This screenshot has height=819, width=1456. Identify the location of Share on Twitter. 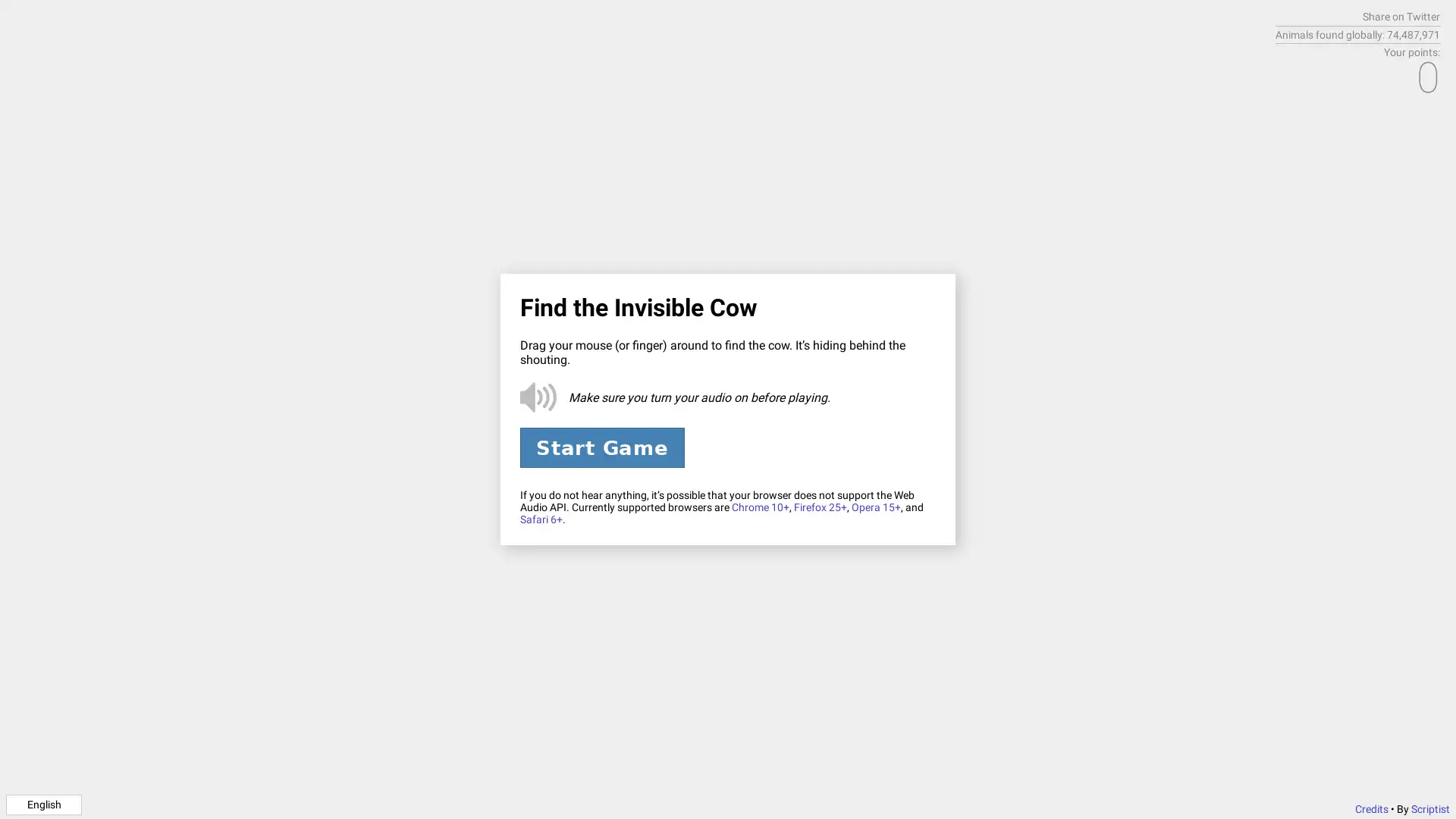
(1401, 17).